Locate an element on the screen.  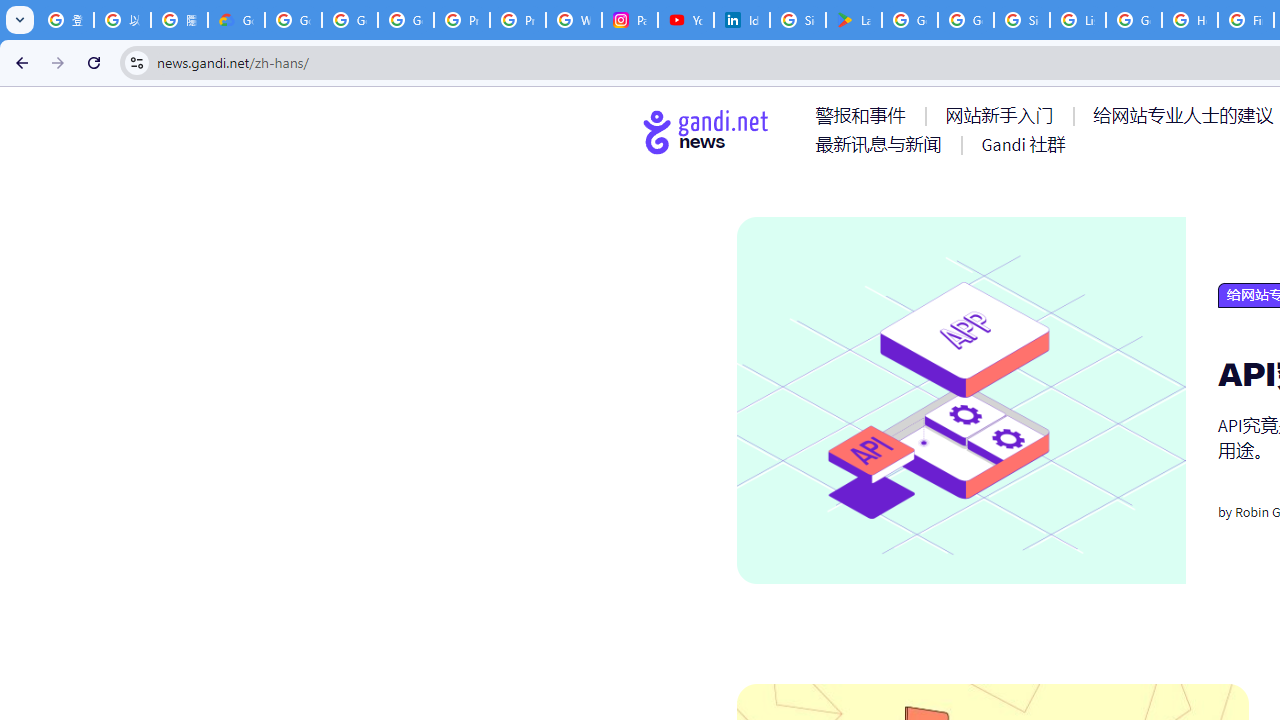
'Go to home' is located at coordinates (706, 131).